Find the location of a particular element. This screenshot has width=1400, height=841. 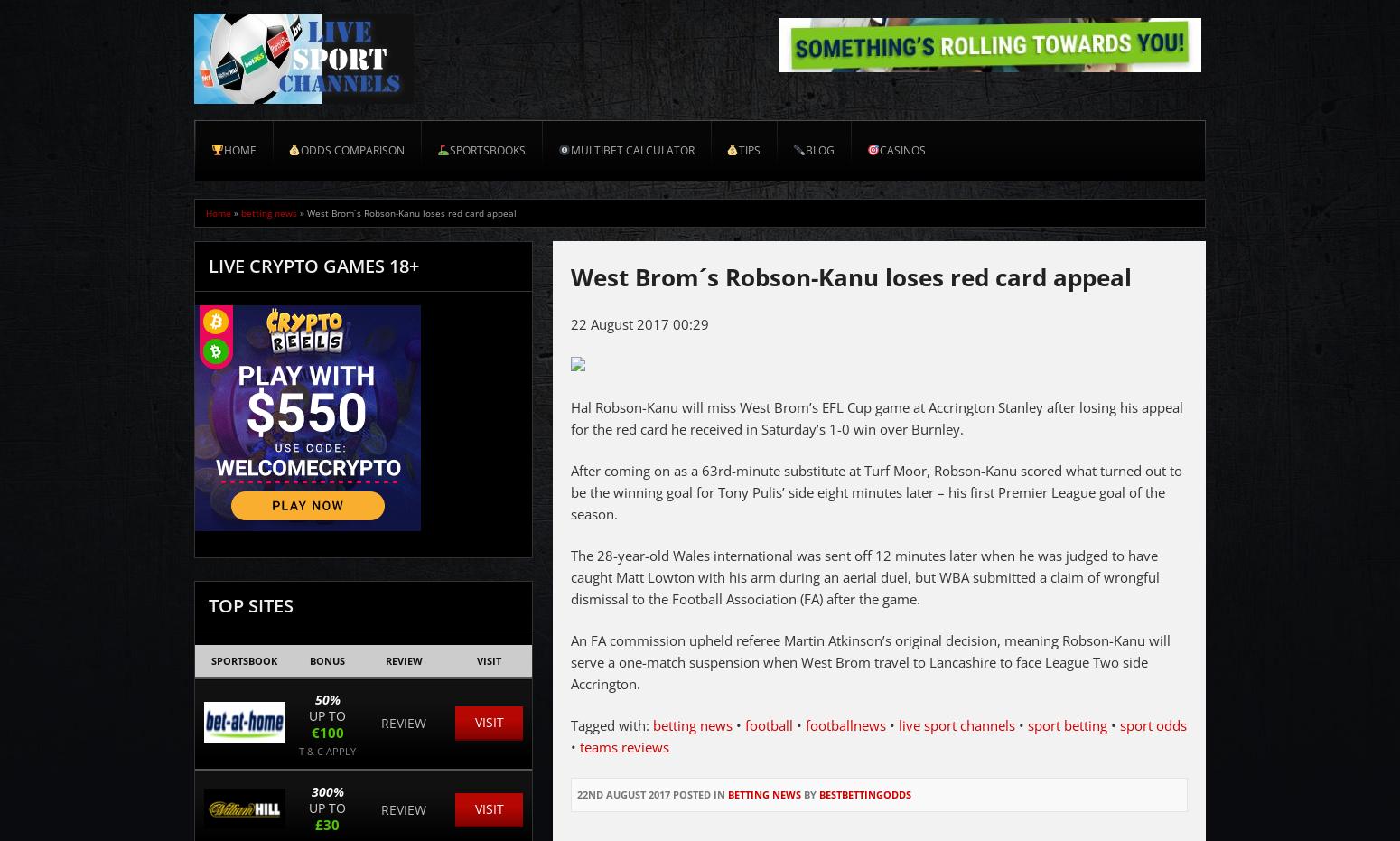

'sport betting' is located at coordinates (1027, 723).